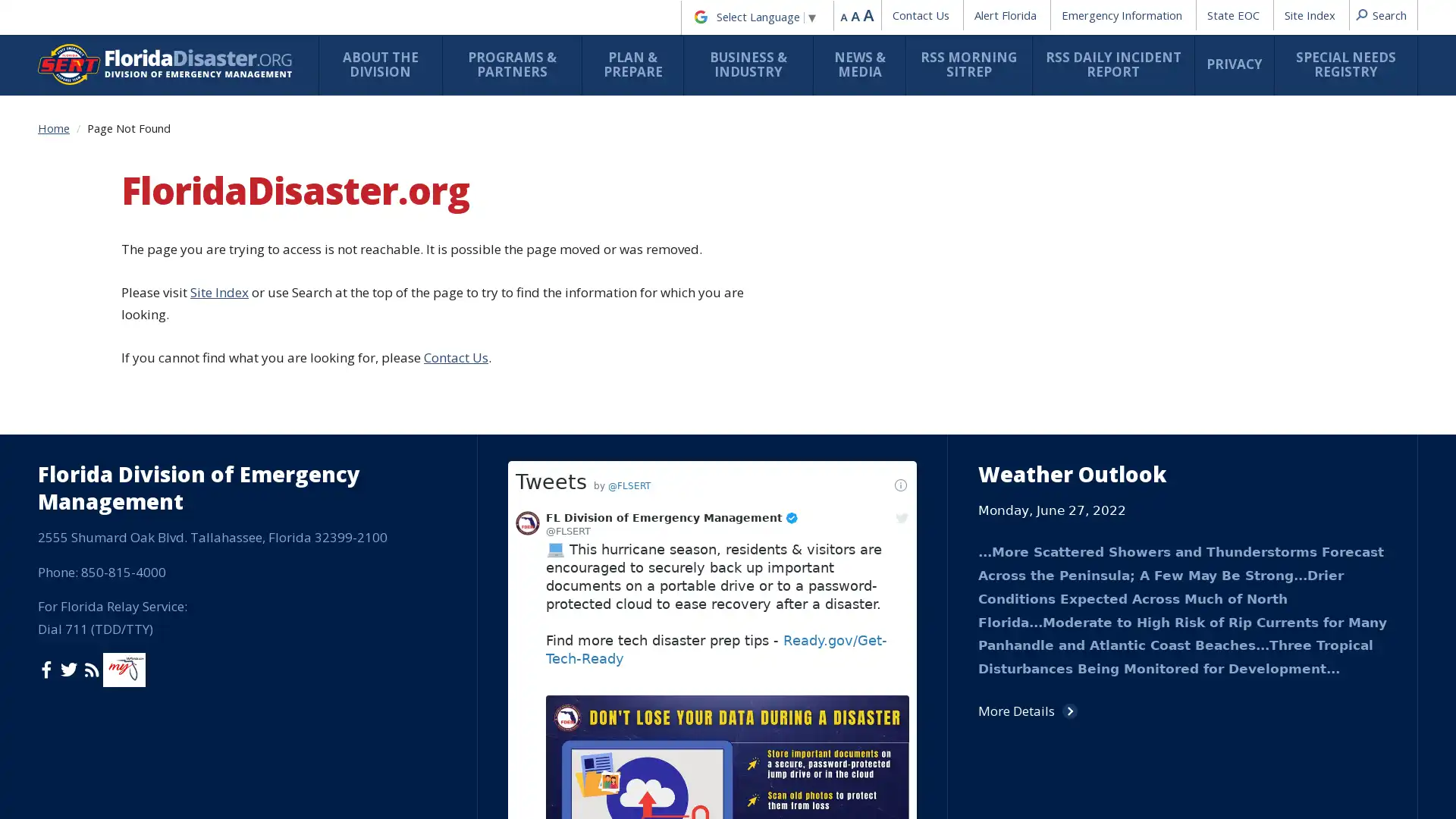 Image resolution: width=1456 pixels, height=819 pixels. Describe the element at coordinates (760, 786) in the screenshot. I see `Toggle More` at that location.